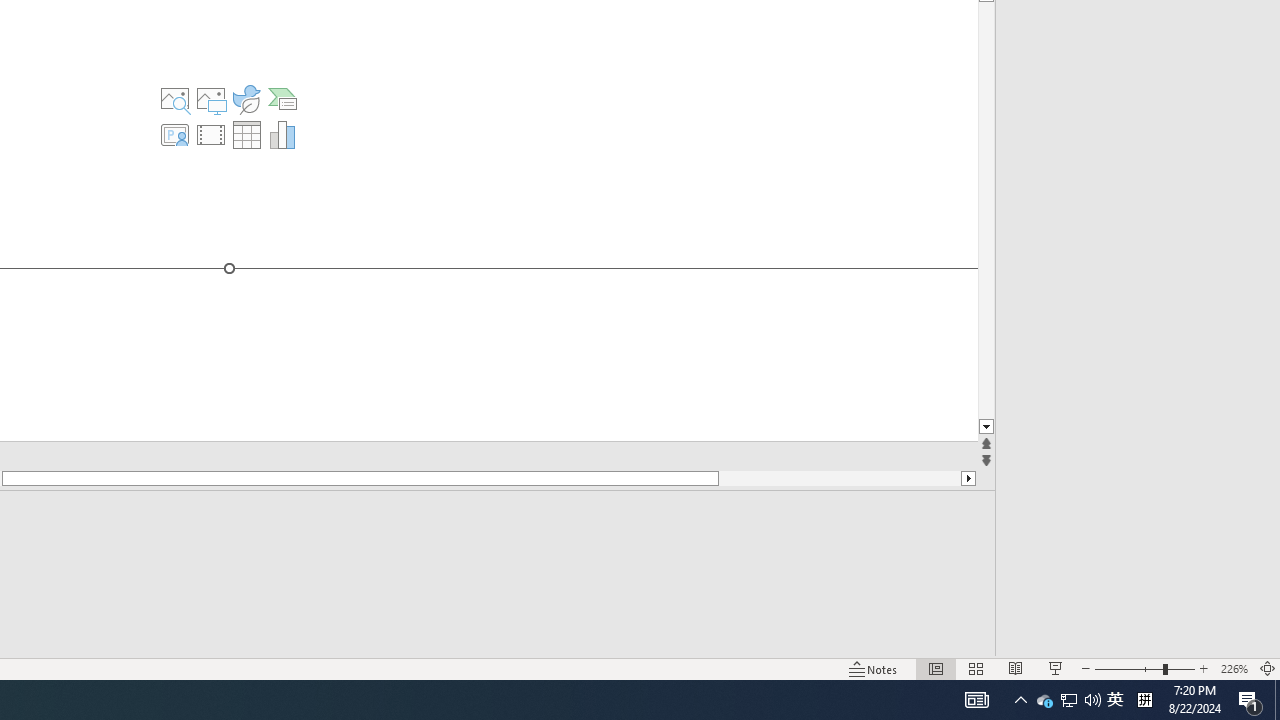  I want to click on 'Insert Cameo', so click(174, 135).